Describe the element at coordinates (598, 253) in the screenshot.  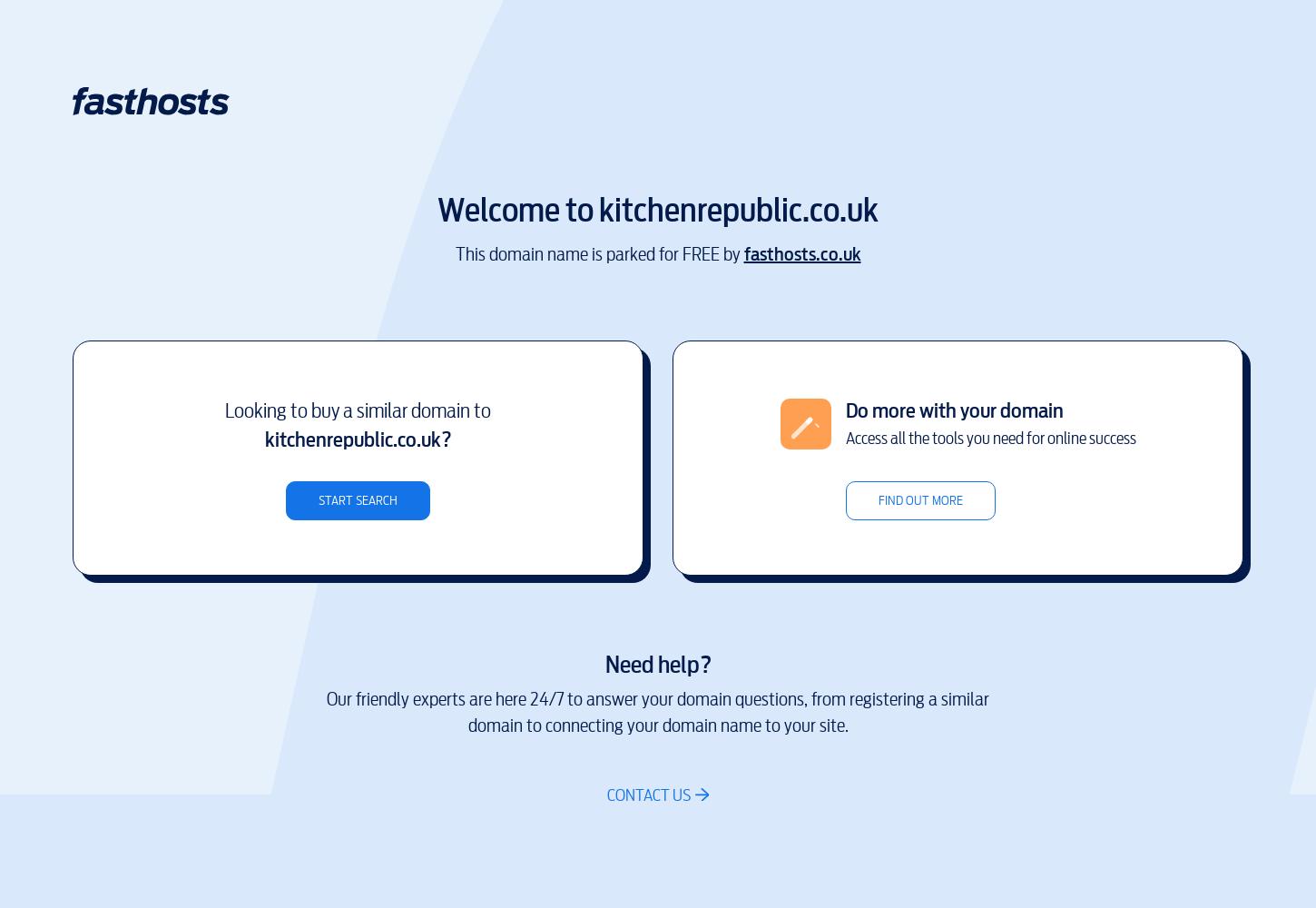
I see `'This domain name is parked for FREE by'` at that location.